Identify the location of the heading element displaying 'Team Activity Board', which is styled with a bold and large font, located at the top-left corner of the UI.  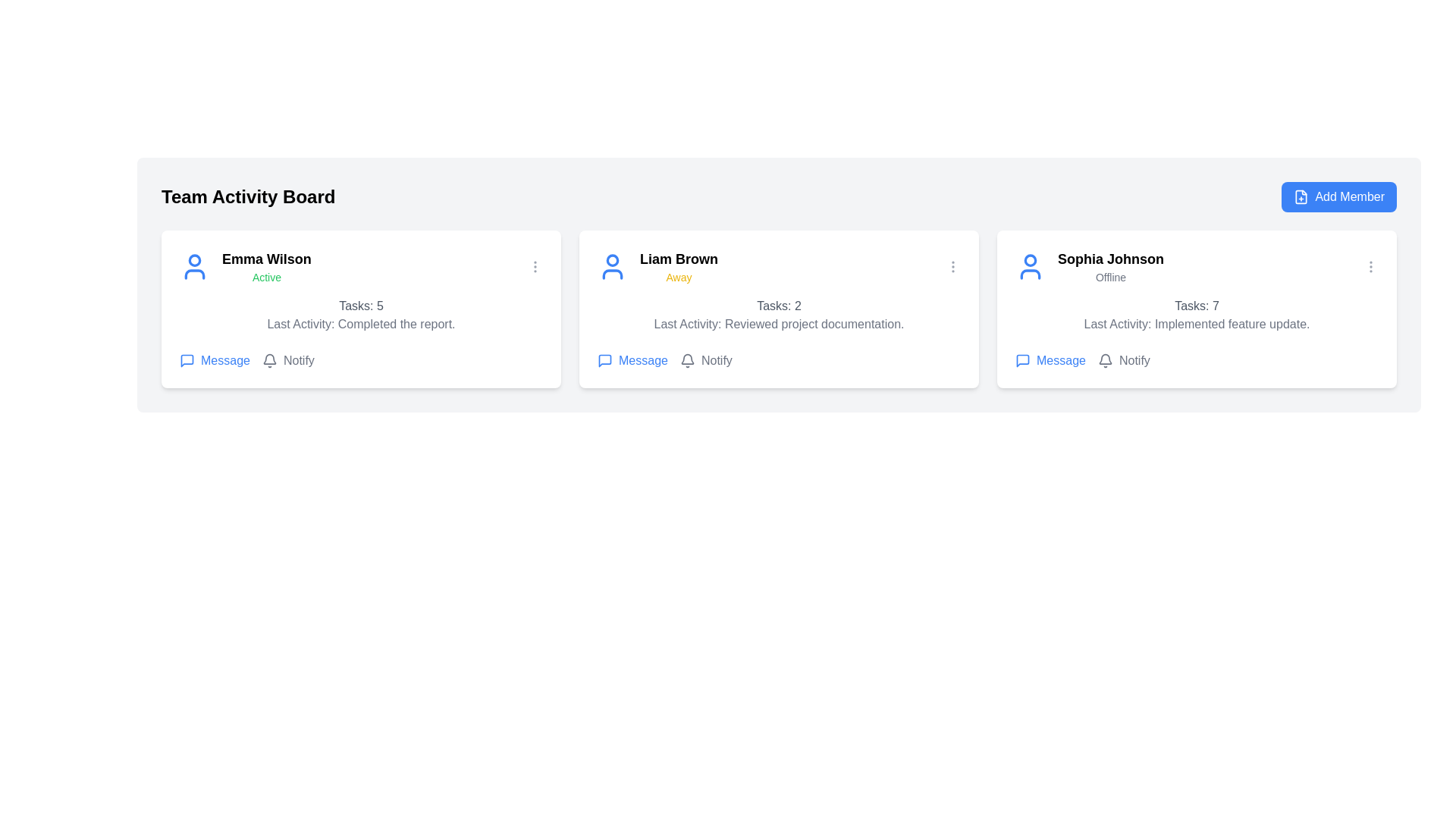
(248, 196).